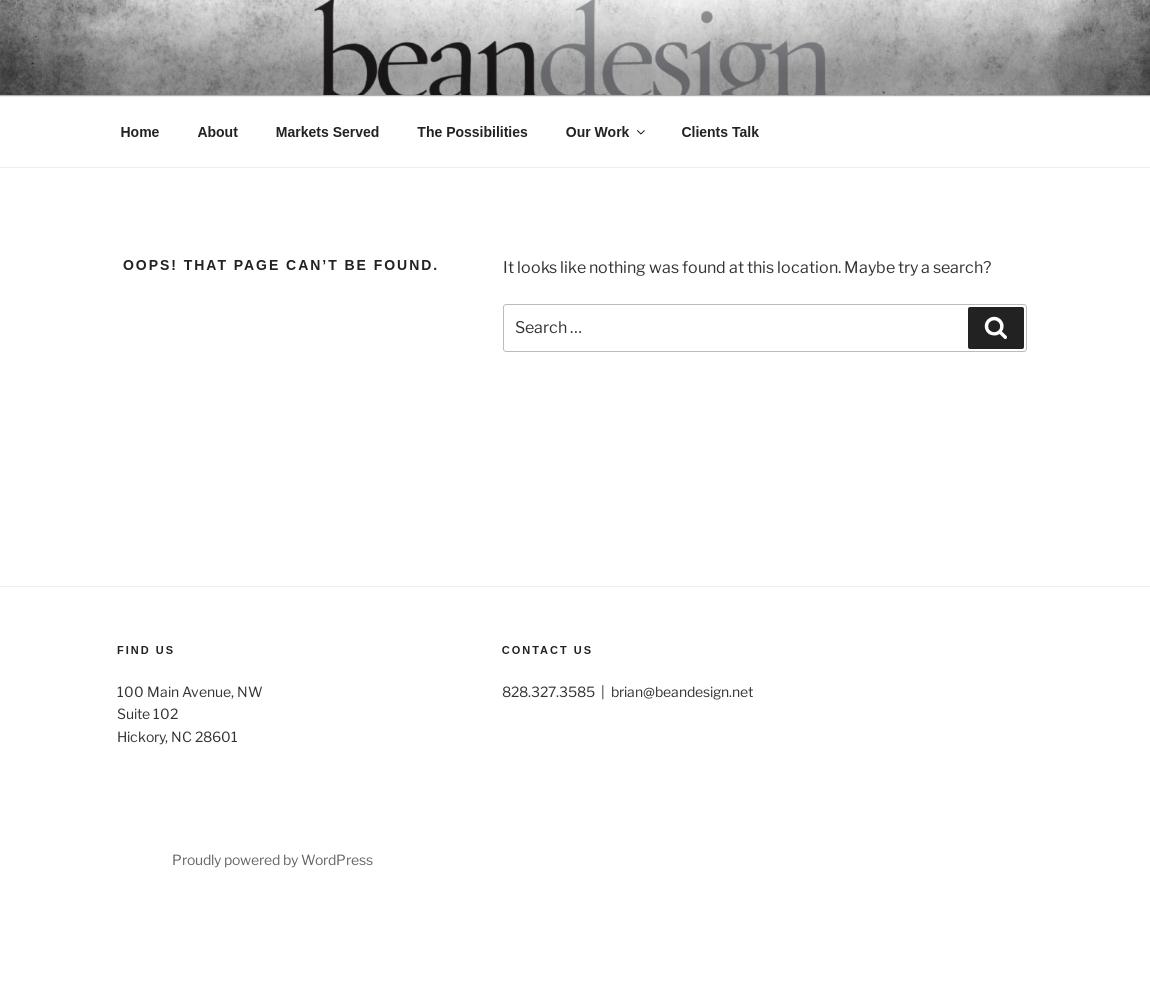 Image resolution: width=1150 pixels, height=1000 pixels. Describe the element at coordinates (625, 689) in the screenshot. I see `'828.327.3585  |  brian@beandesign.net'` at that location.